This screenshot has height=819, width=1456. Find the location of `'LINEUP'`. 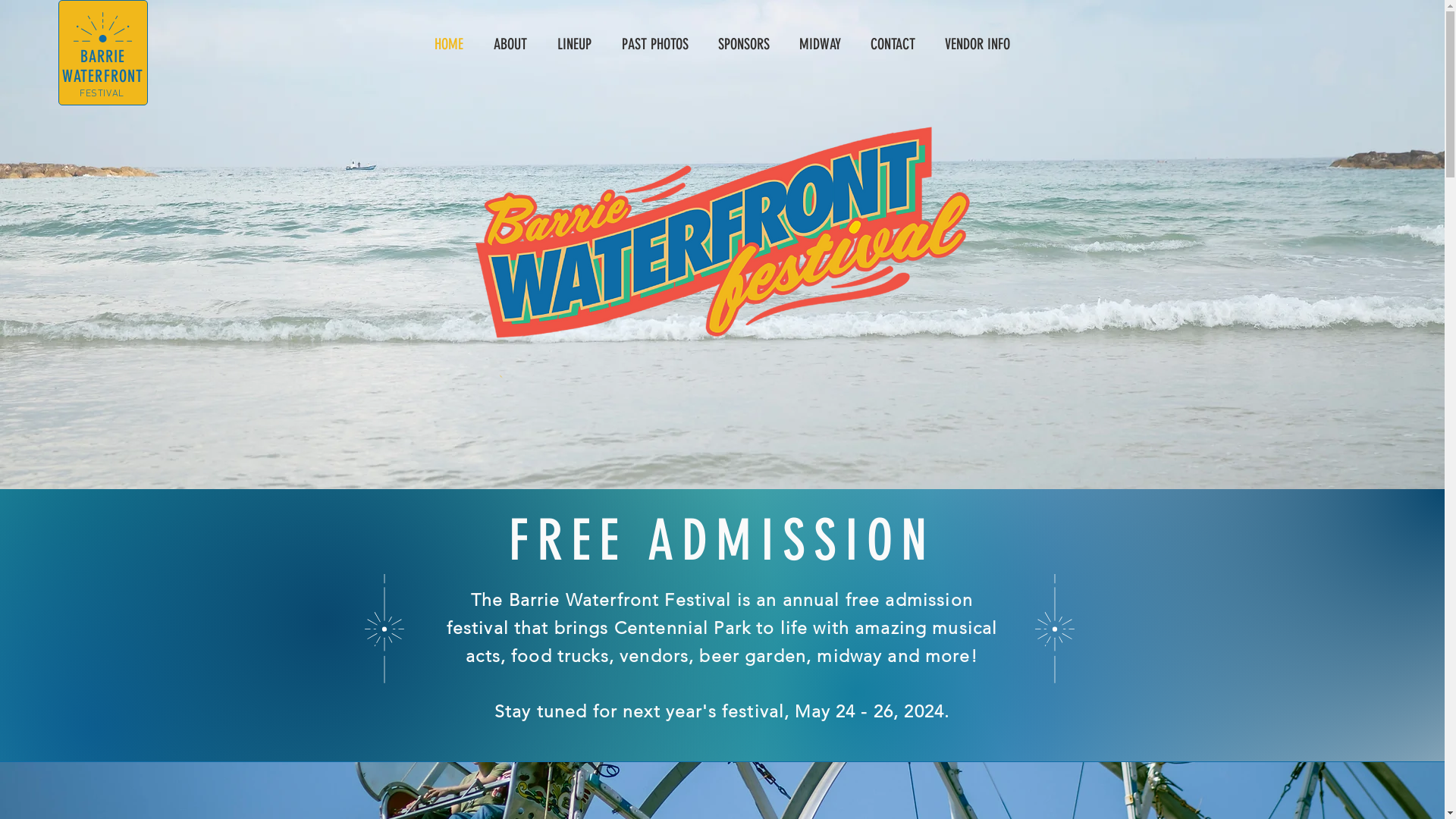

'LINEUP' is located at coordinates (573, 42).